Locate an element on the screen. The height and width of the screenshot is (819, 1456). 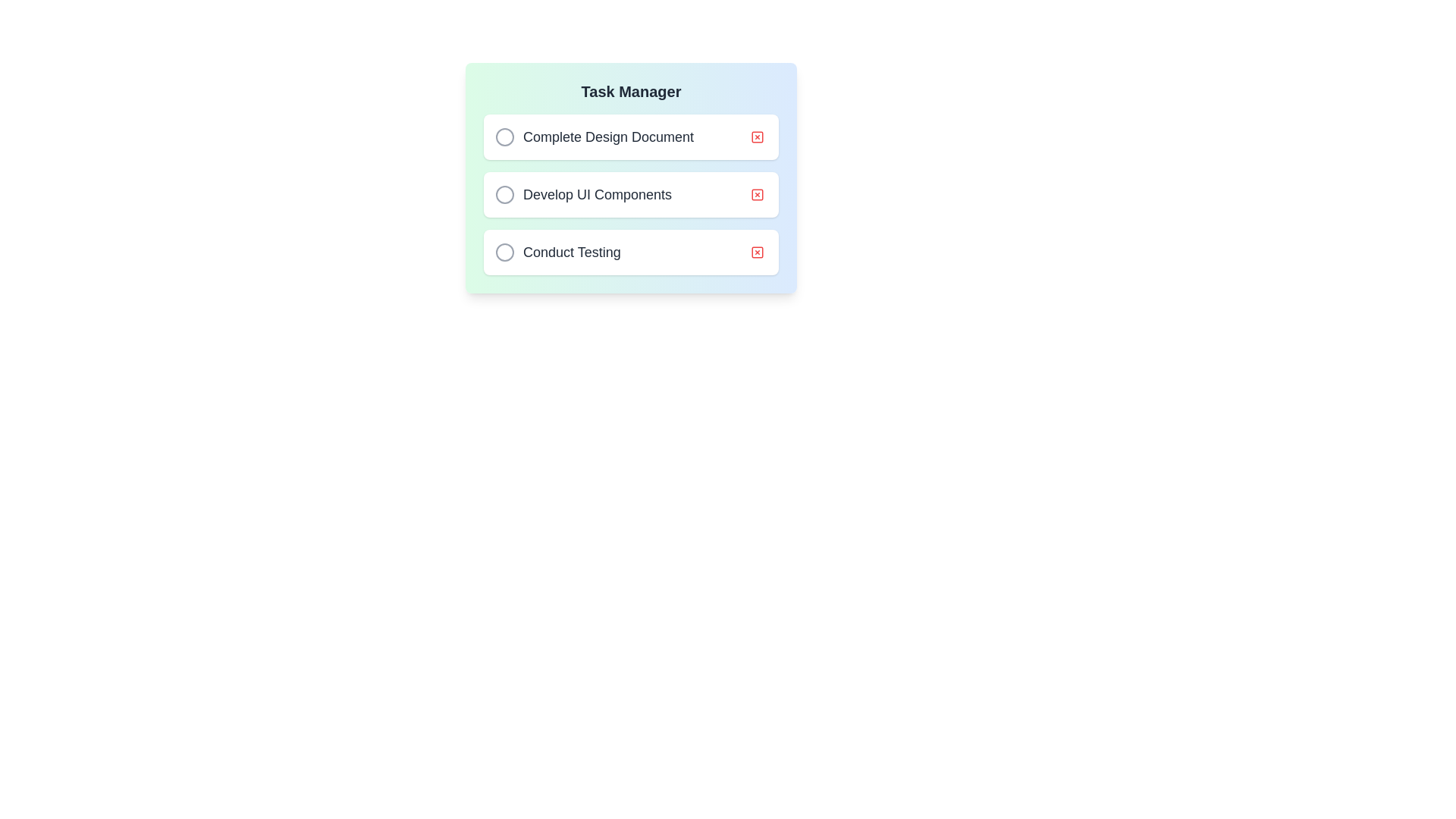
the first horizontal task list item containing the checkbox and the text 'Complete Design Document' is located at coordinates (594, 137).